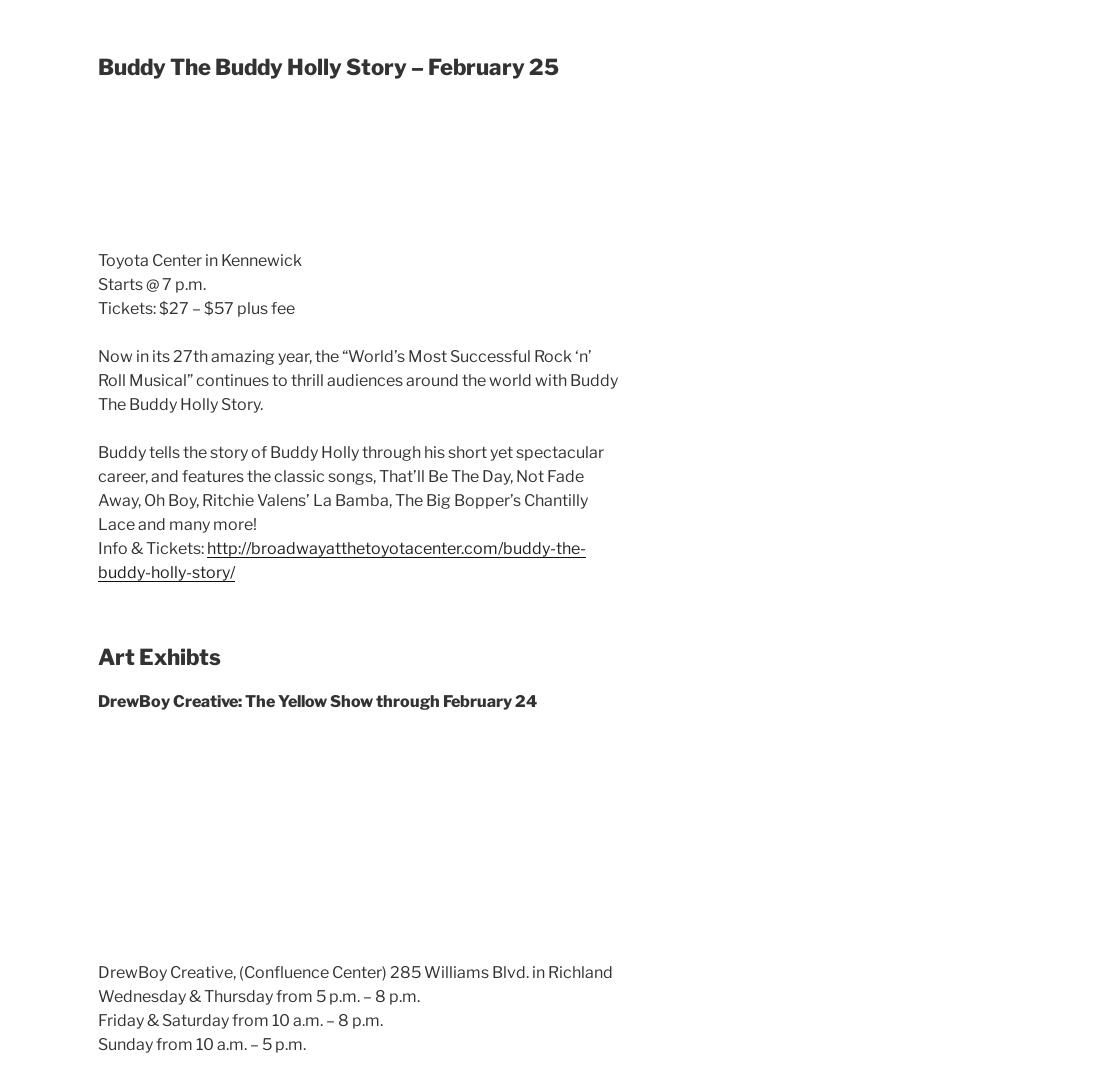 This screenshot has width=1100, height=1072. I want to click on 'Art Exhibts', so click(98, 657).